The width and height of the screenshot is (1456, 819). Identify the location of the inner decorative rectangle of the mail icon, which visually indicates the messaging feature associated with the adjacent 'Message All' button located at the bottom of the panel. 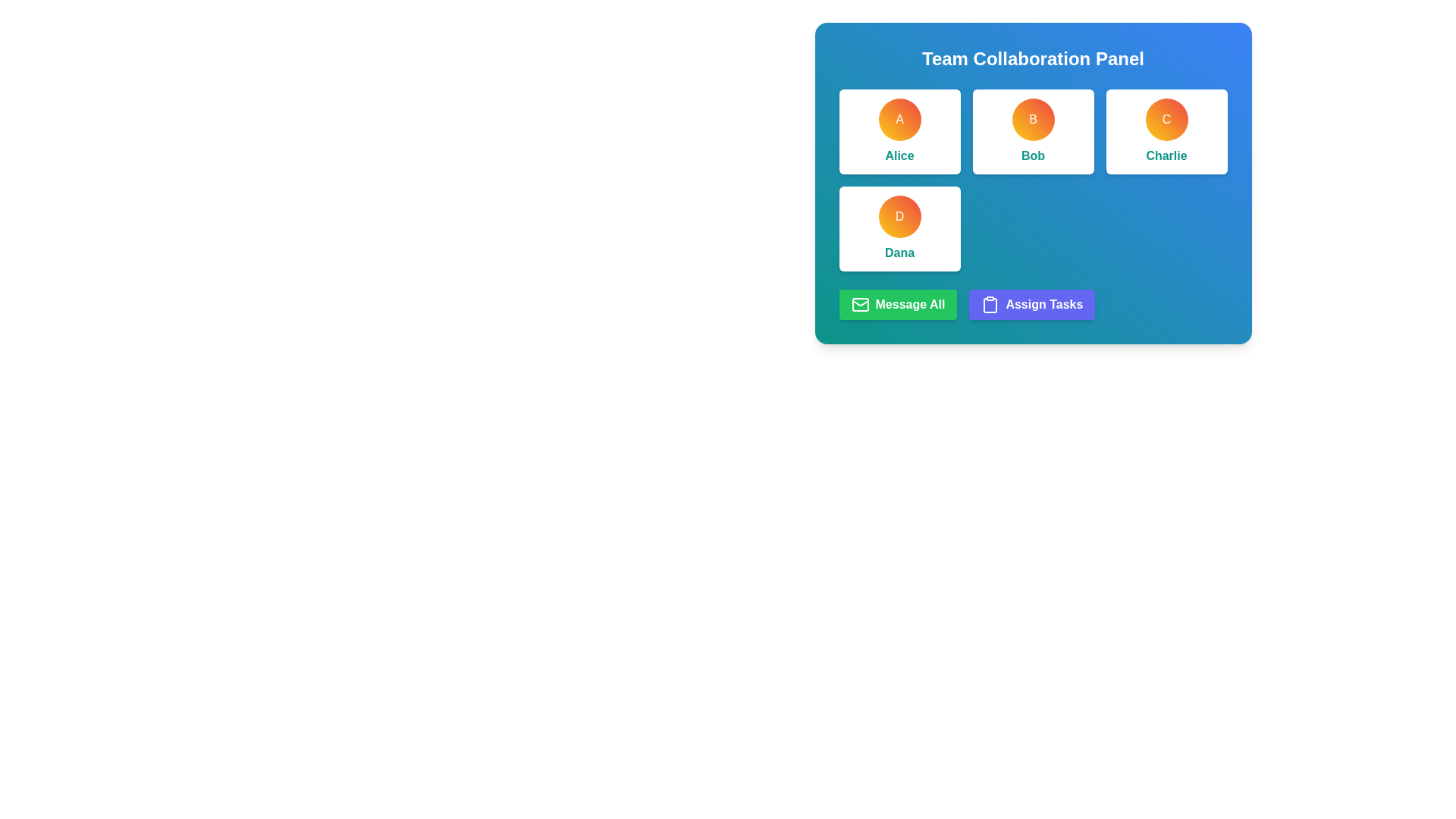
(860, 304).